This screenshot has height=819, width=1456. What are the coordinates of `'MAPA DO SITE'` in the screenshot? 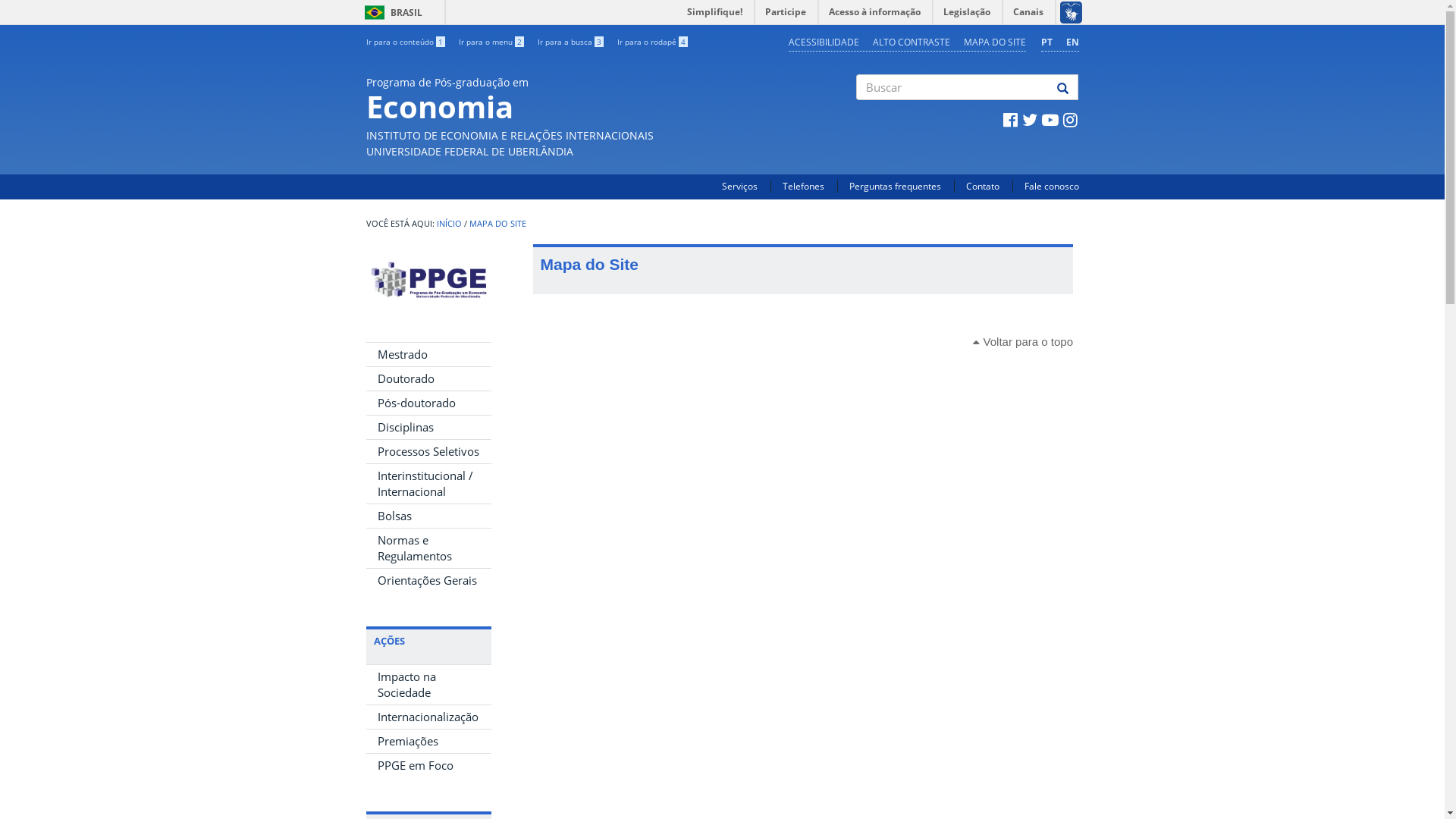 It's located at (497, 223).